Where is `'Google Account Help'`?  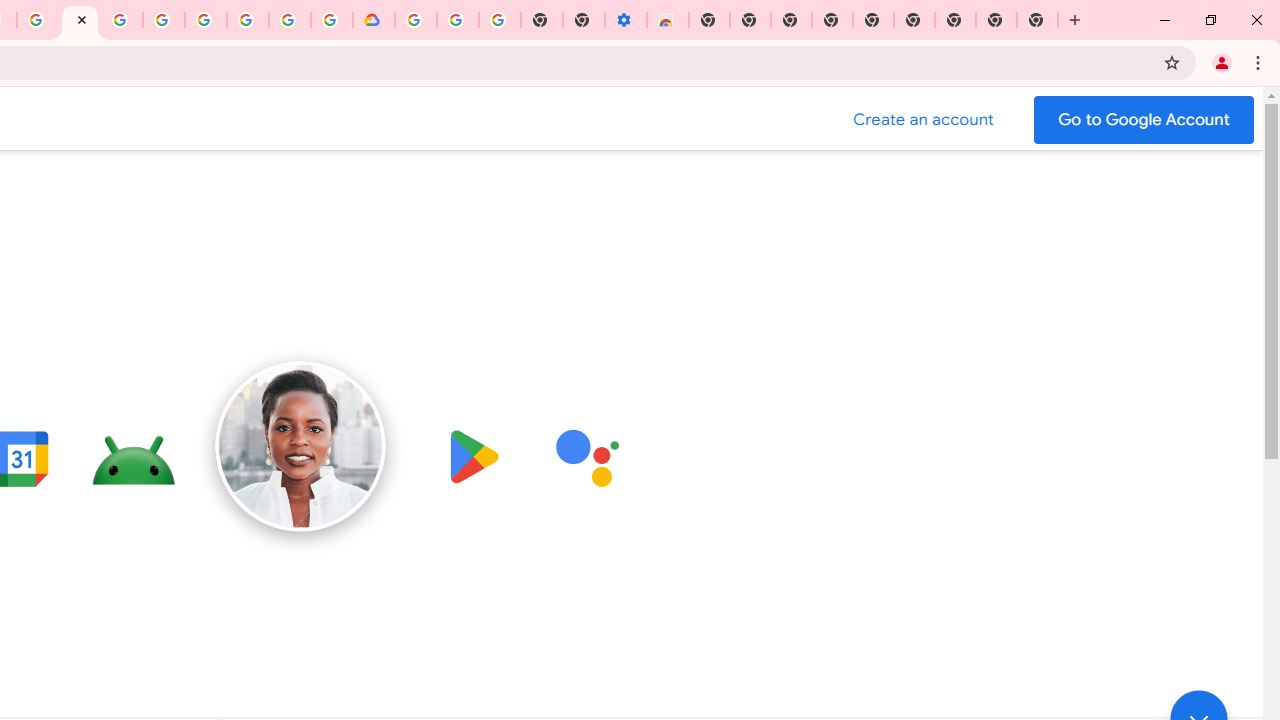 'Google Account Help' is located at coordinates (456, 20).